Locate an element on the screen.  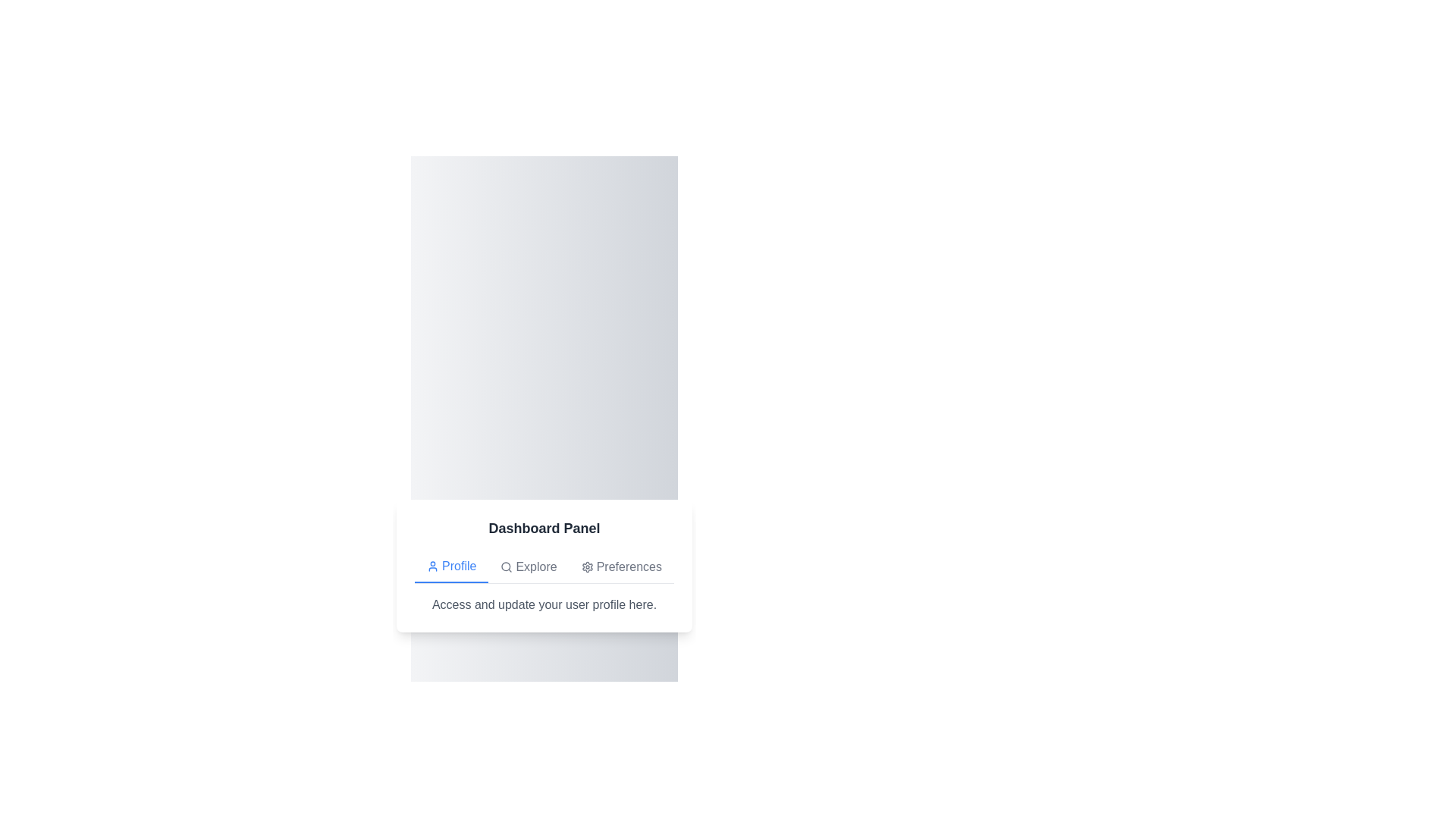
the magnifying glass icon, which is the first visual indicator associated with the 'Explore' option, located to the left of the text 'Explore' is located at coordinates (507, 566).